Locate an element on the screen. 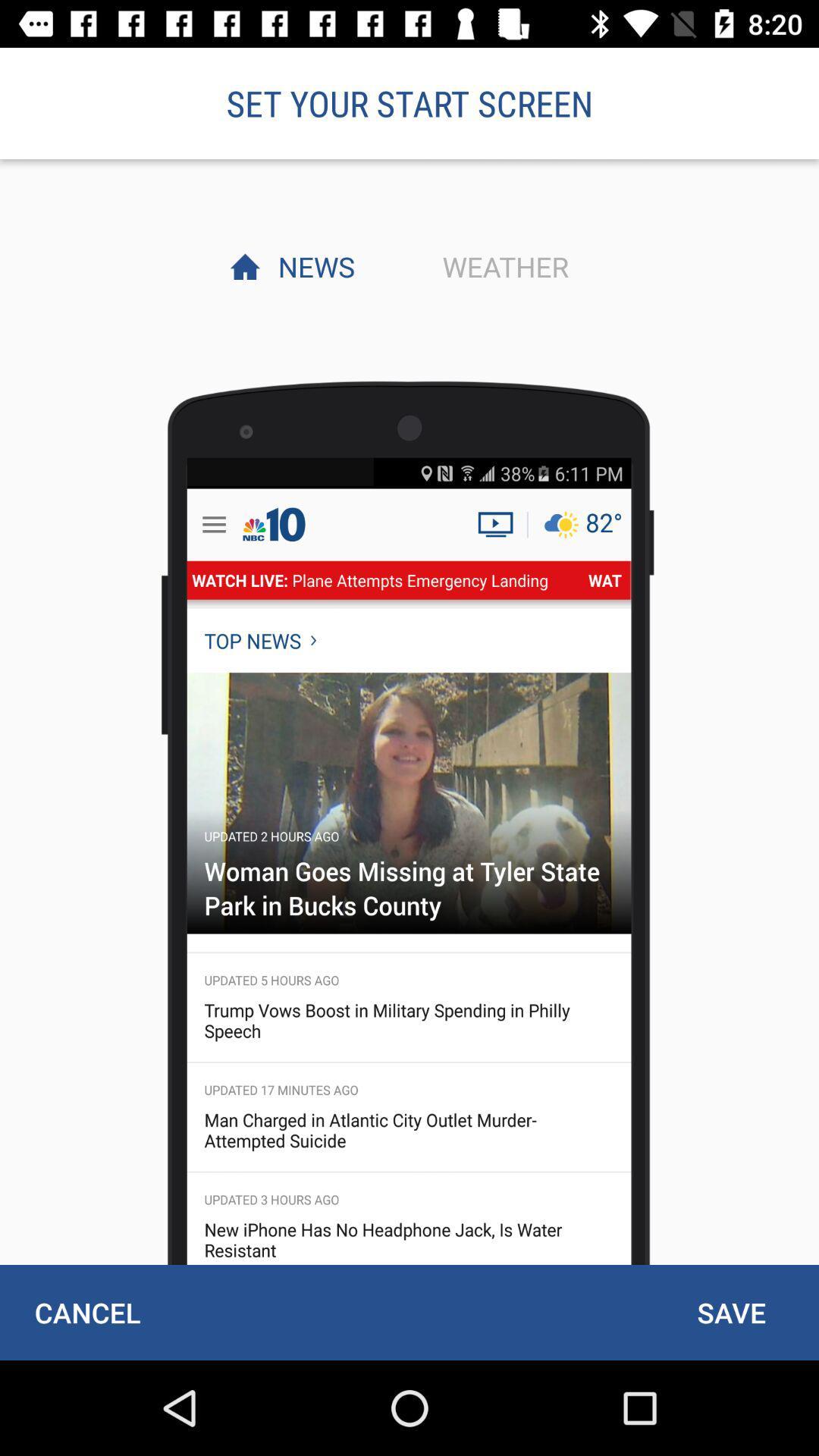 This screenshot has height=1456, width=819. the set your start item is located at coordinates (409, 102).